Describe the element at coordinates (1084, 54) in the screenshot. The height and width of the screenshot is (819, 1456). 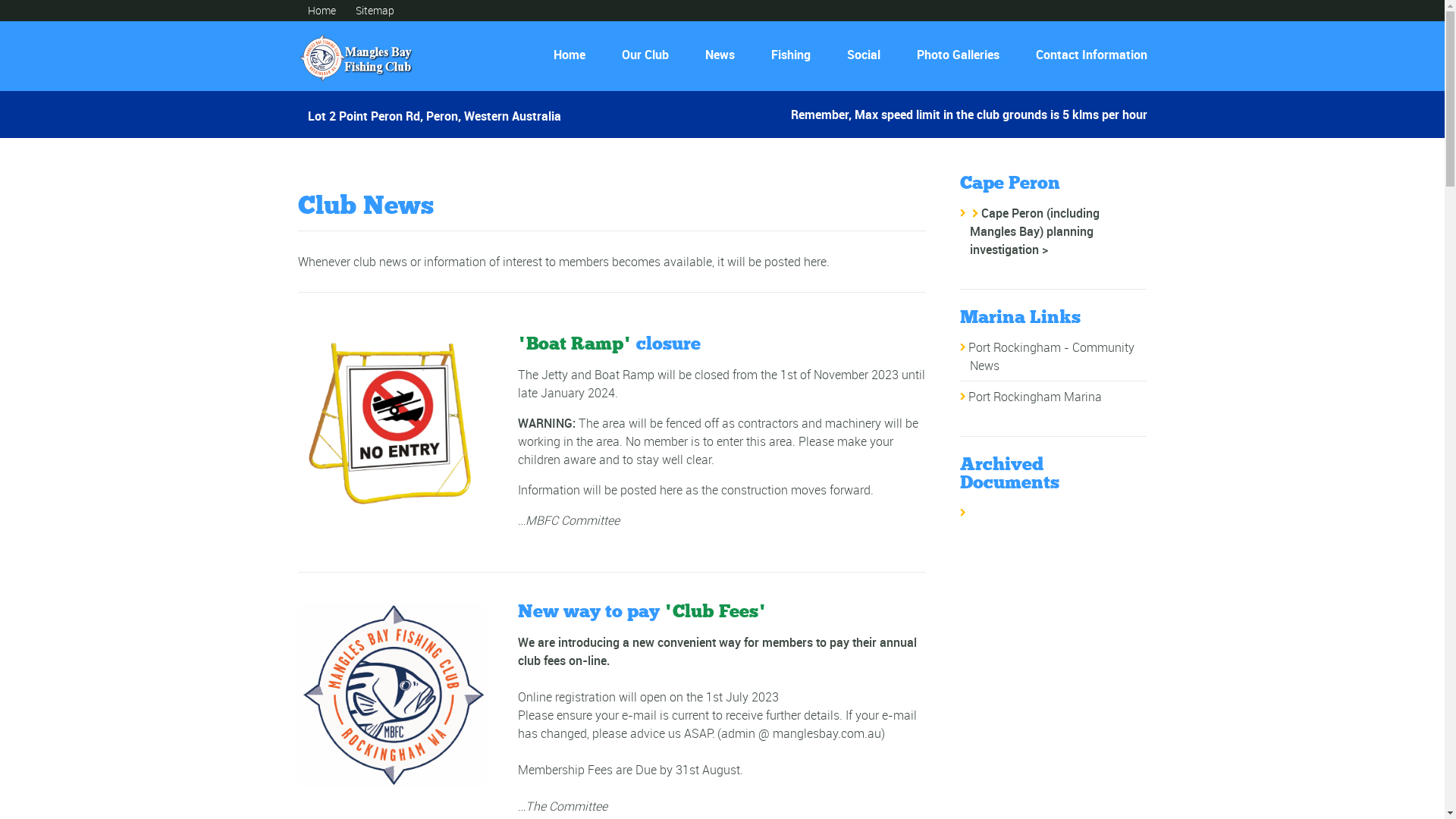
I see `'Contact Information'` at that location.